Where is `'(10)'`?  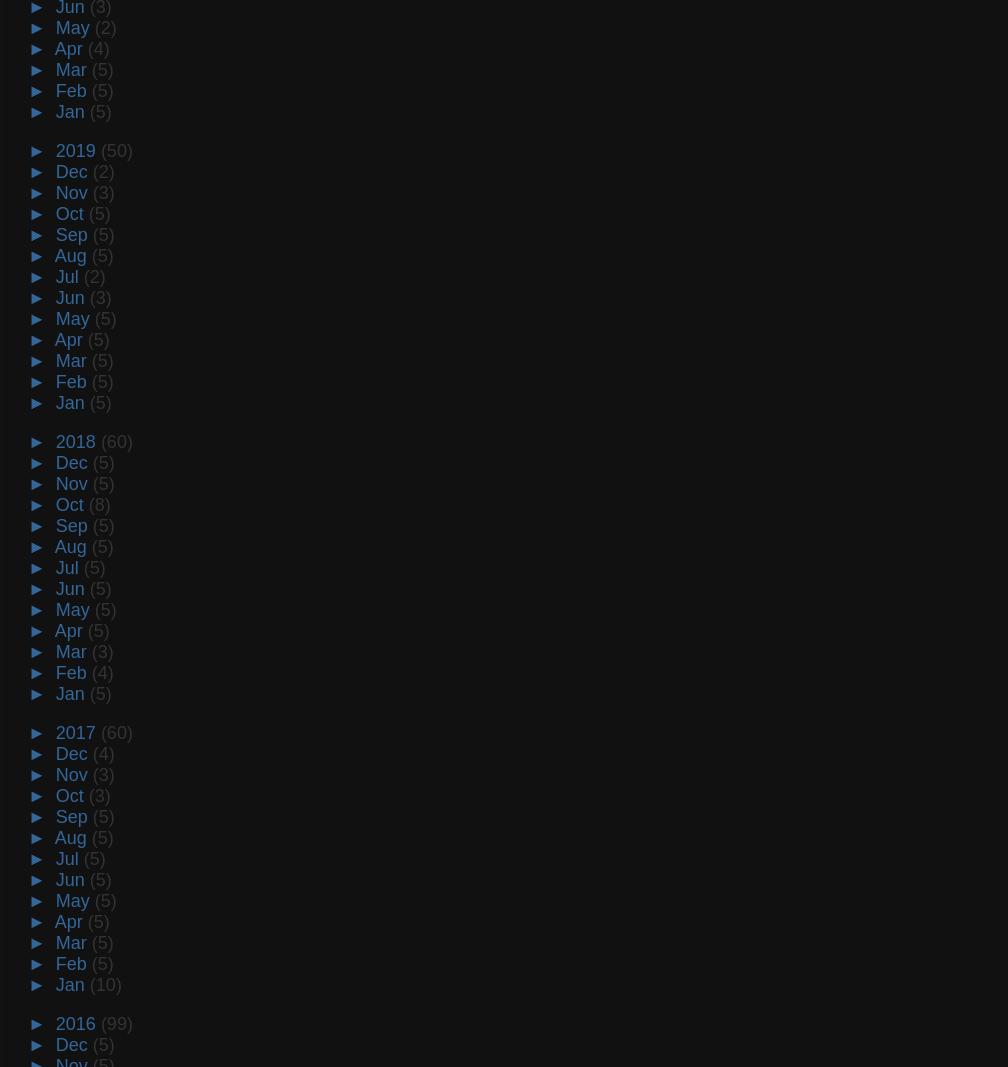 '(10)' is located at coordinates (105, 983).